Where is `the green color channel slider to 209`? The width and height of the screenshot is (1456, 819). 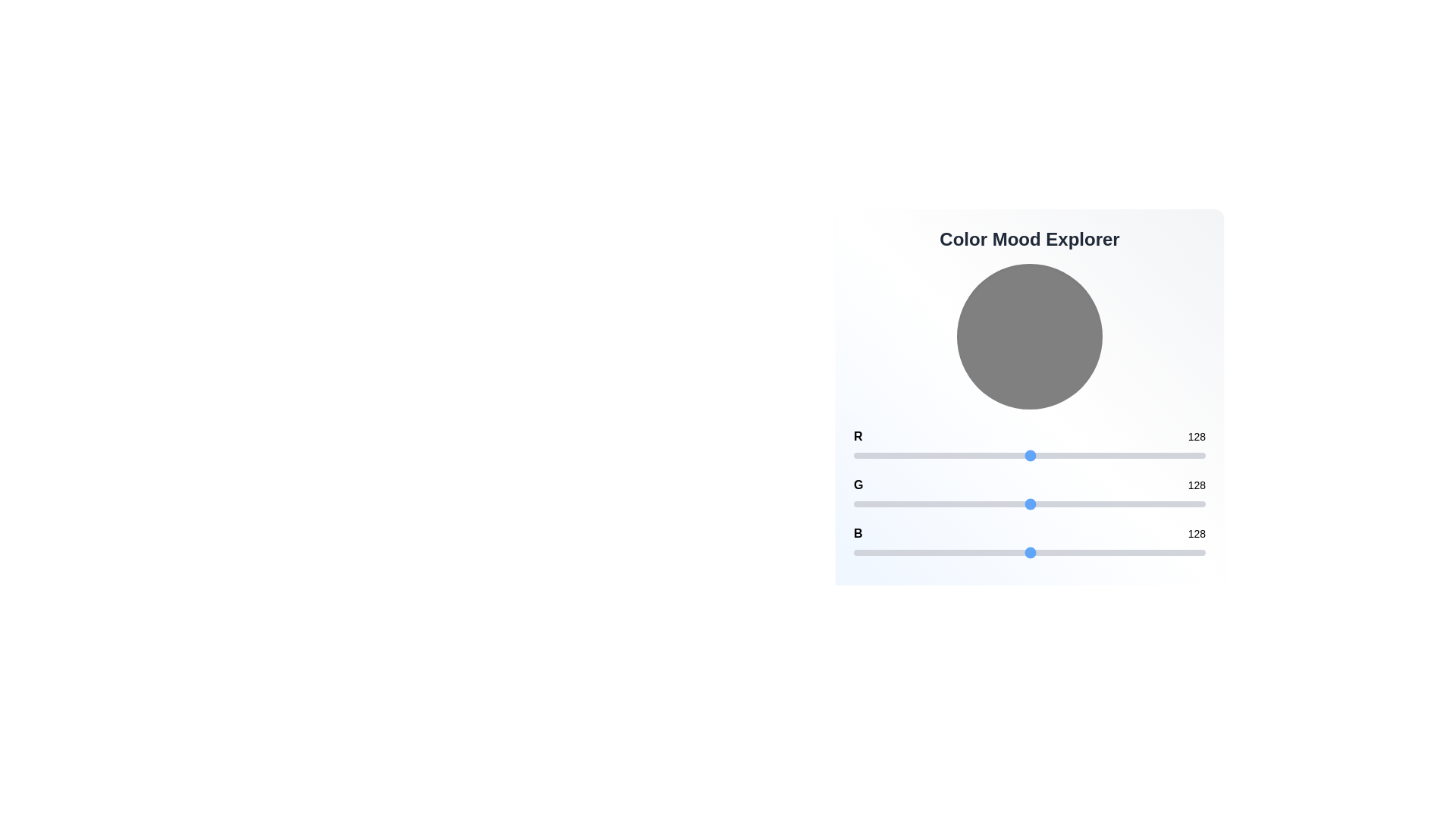 the green color channel slider to 209 is located at coordinates (1142, 504).